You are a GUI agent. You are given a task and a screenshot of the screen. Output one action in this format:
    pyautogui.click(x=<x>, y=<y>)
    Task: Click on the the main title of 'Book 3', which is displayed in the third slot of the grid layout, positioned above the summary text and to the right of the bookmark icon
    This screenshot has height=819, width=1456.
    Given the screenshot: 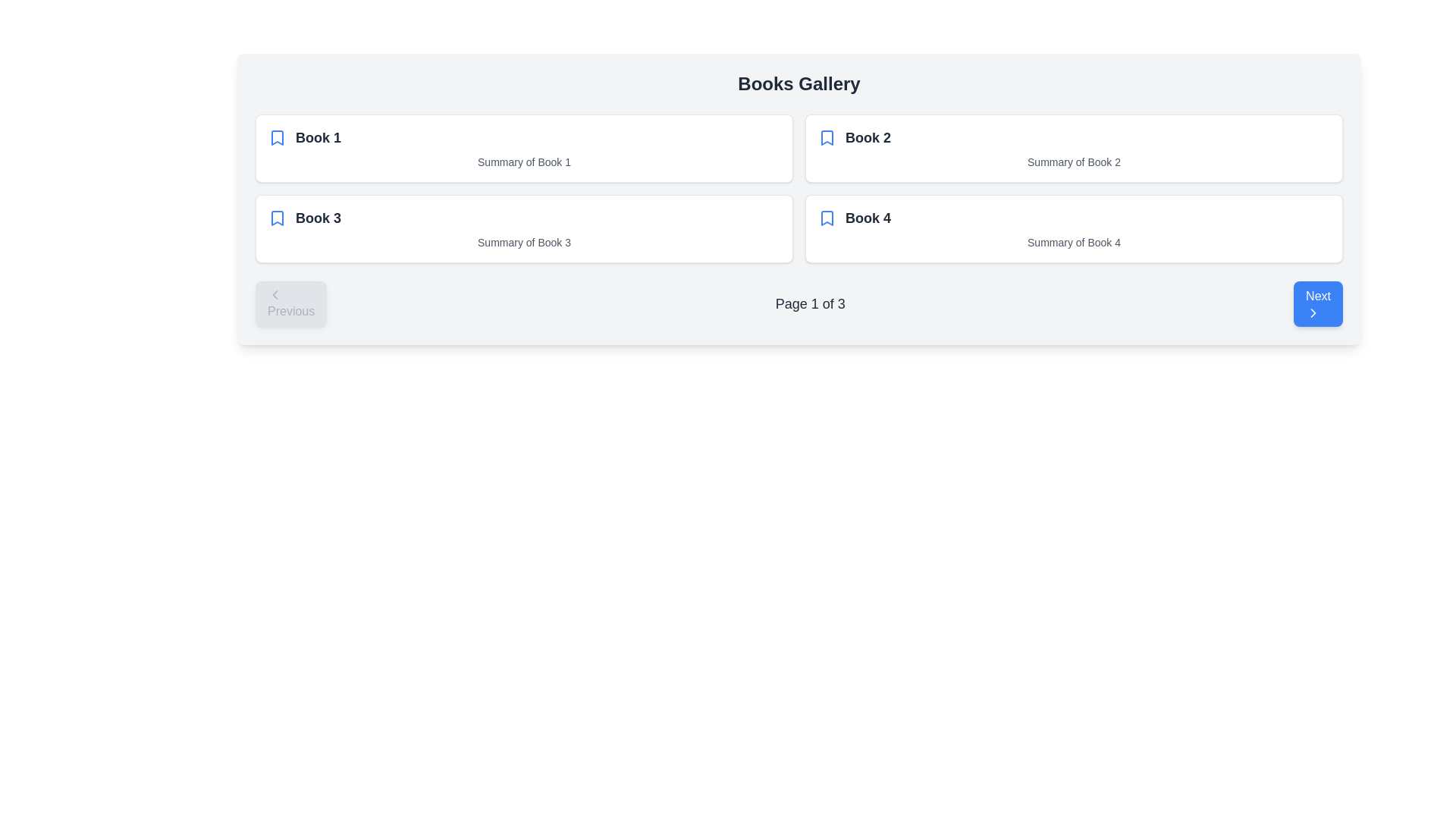 What is the action you would take?
    pyautogui.click(x=318, y=218)
    